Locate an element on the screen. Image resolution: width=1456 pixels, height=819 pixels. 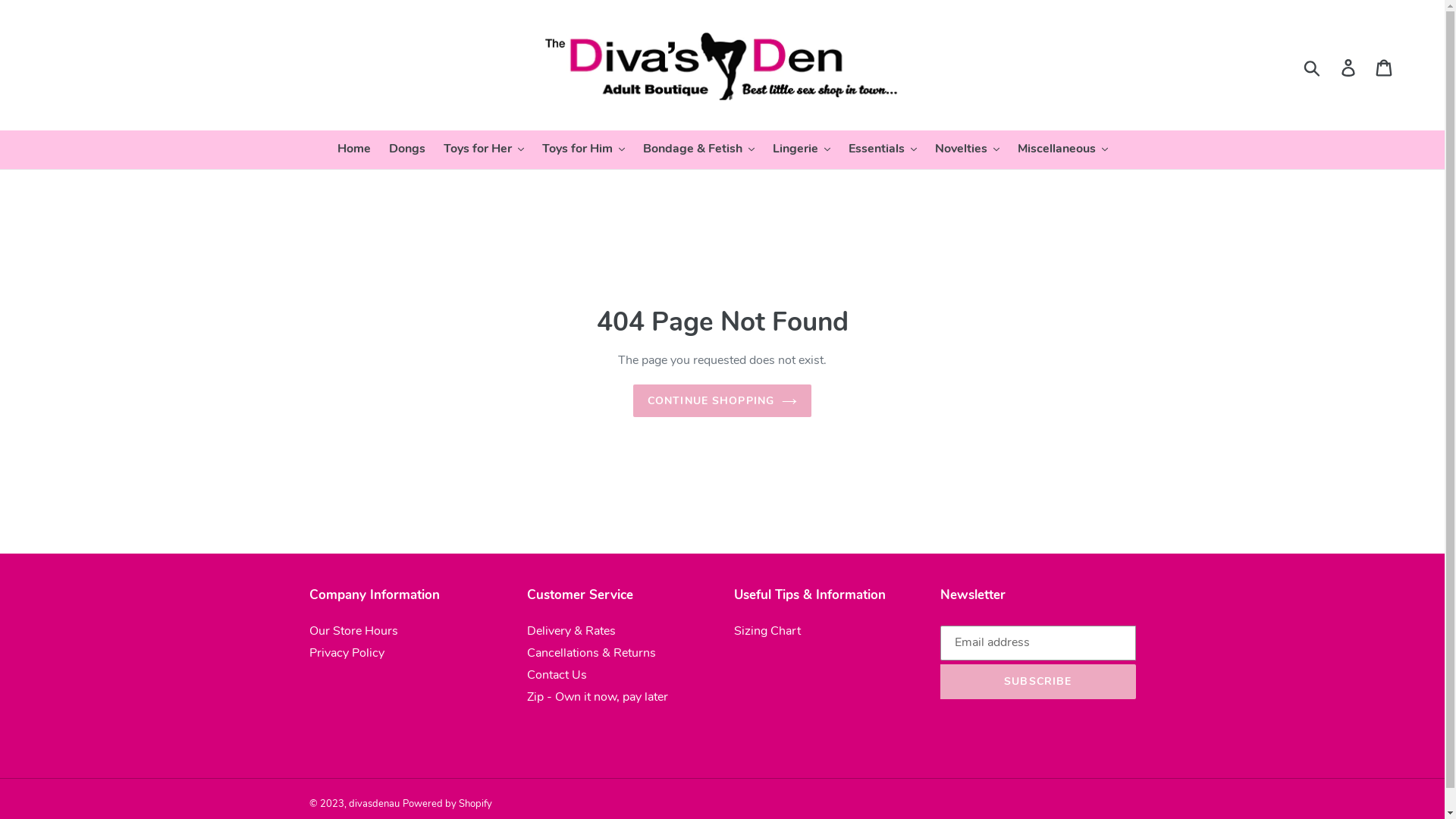
'SUBSCRIBE' is located at coordinates (1037, 681).